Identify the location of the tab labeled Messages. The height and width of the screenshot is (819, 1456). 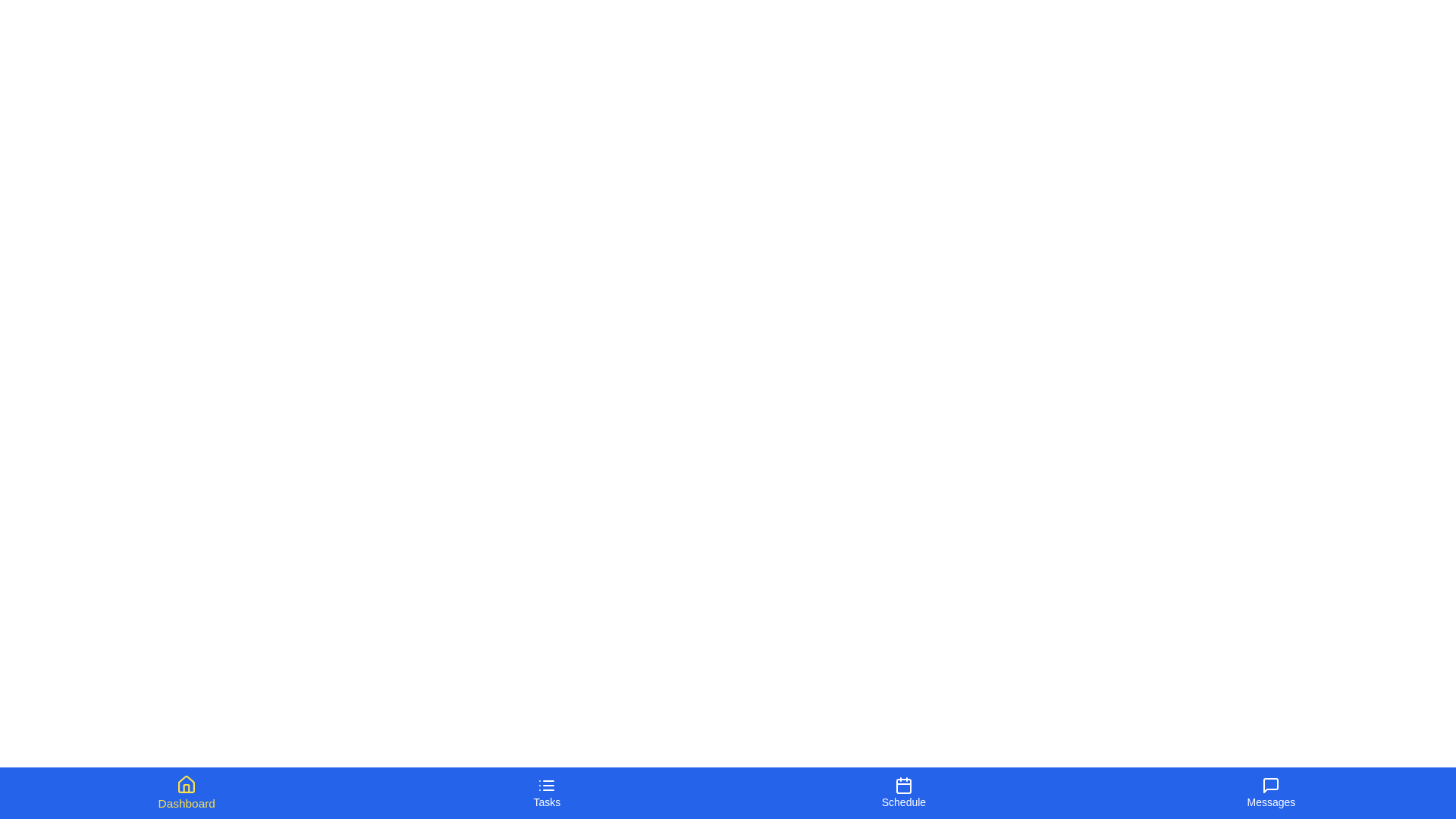
(1271, 792).